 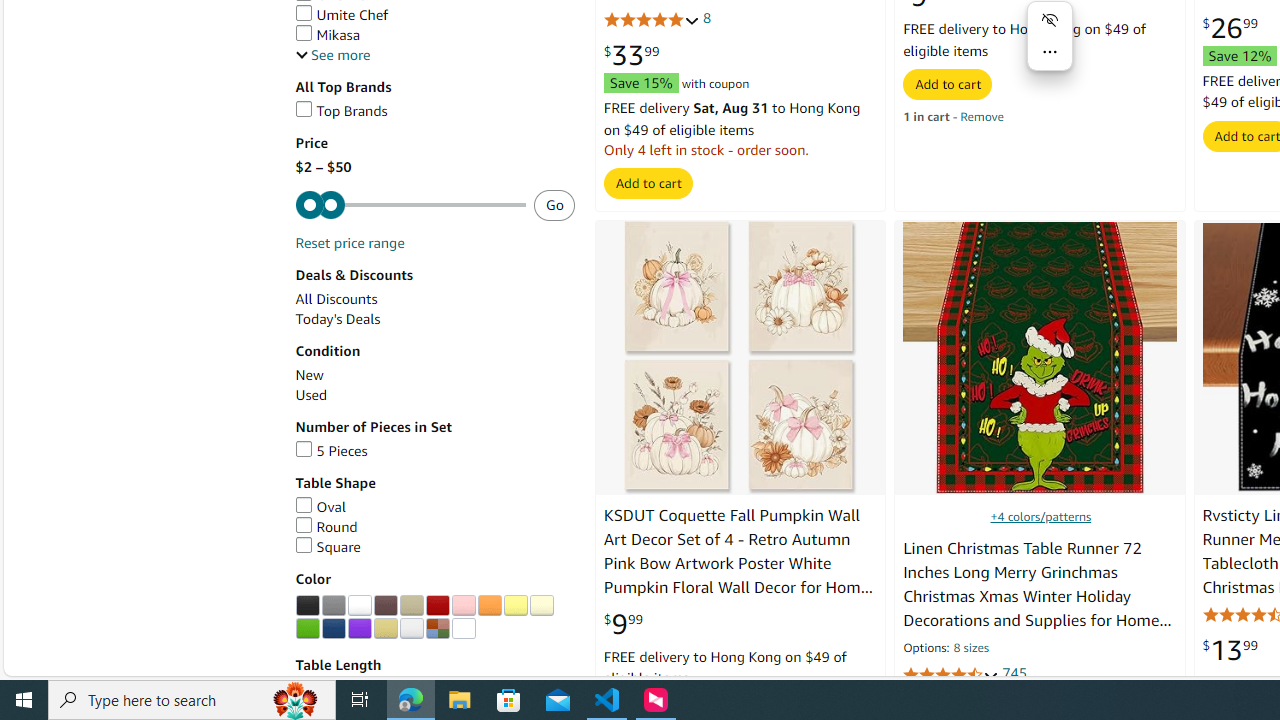 I want to click on 'Hide menu', so click(x=1049, y=20).